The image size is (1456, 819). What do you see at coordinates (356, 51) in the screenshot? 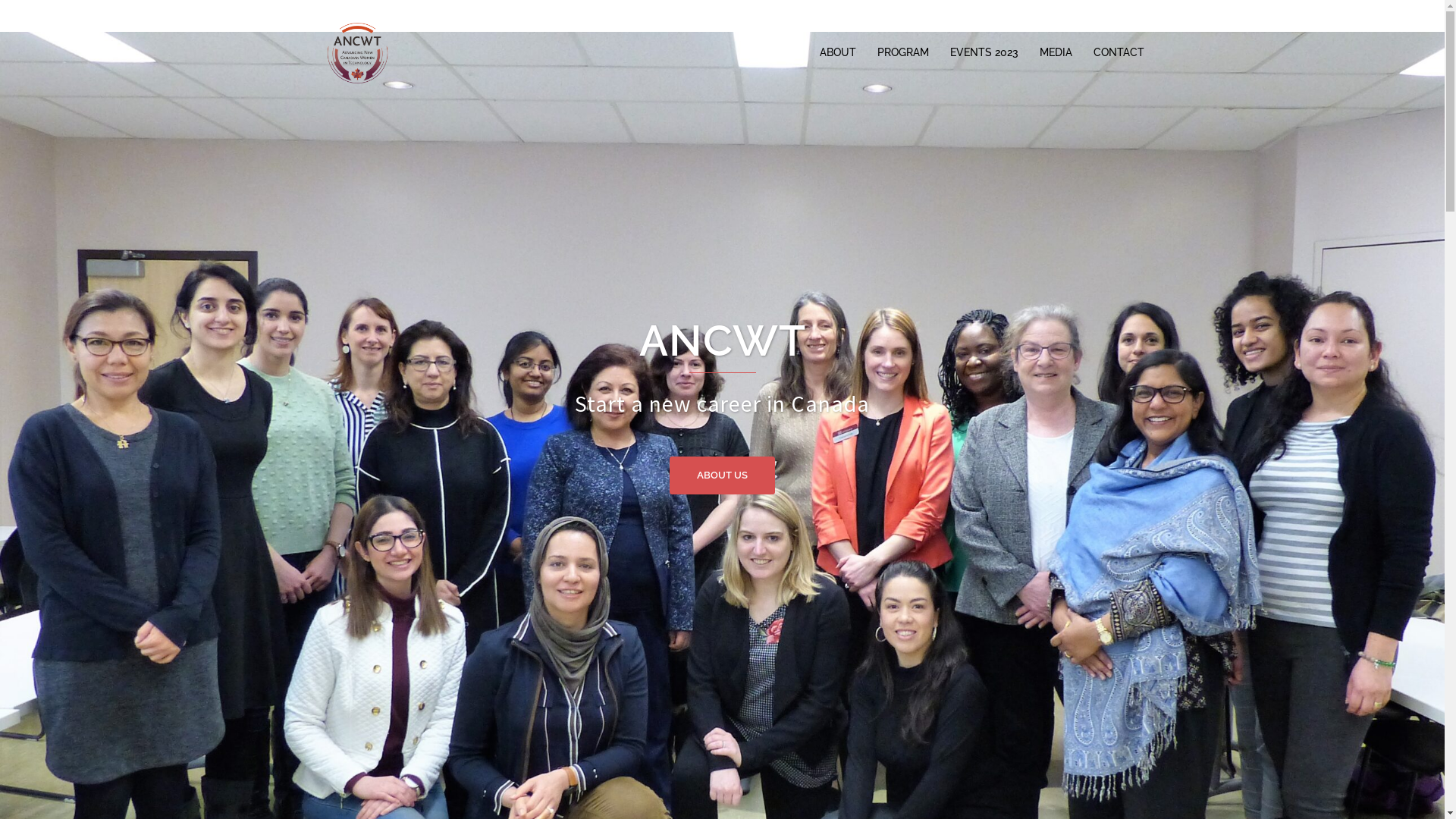
I see `'ANCWT'` at bounding box center [356, 51].